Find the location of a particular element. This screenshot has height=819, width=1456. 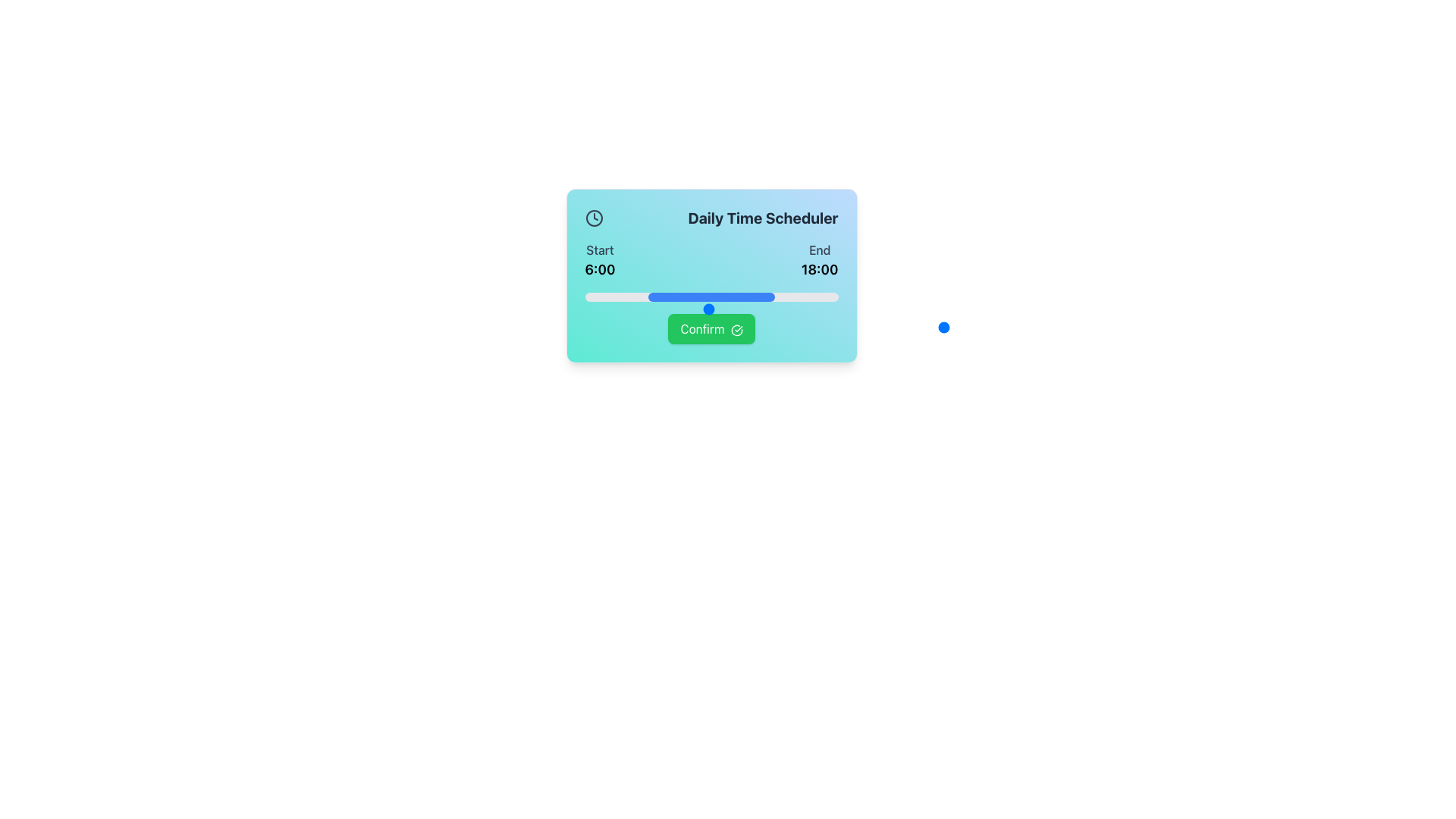

time is located at coordinates (625, 327).